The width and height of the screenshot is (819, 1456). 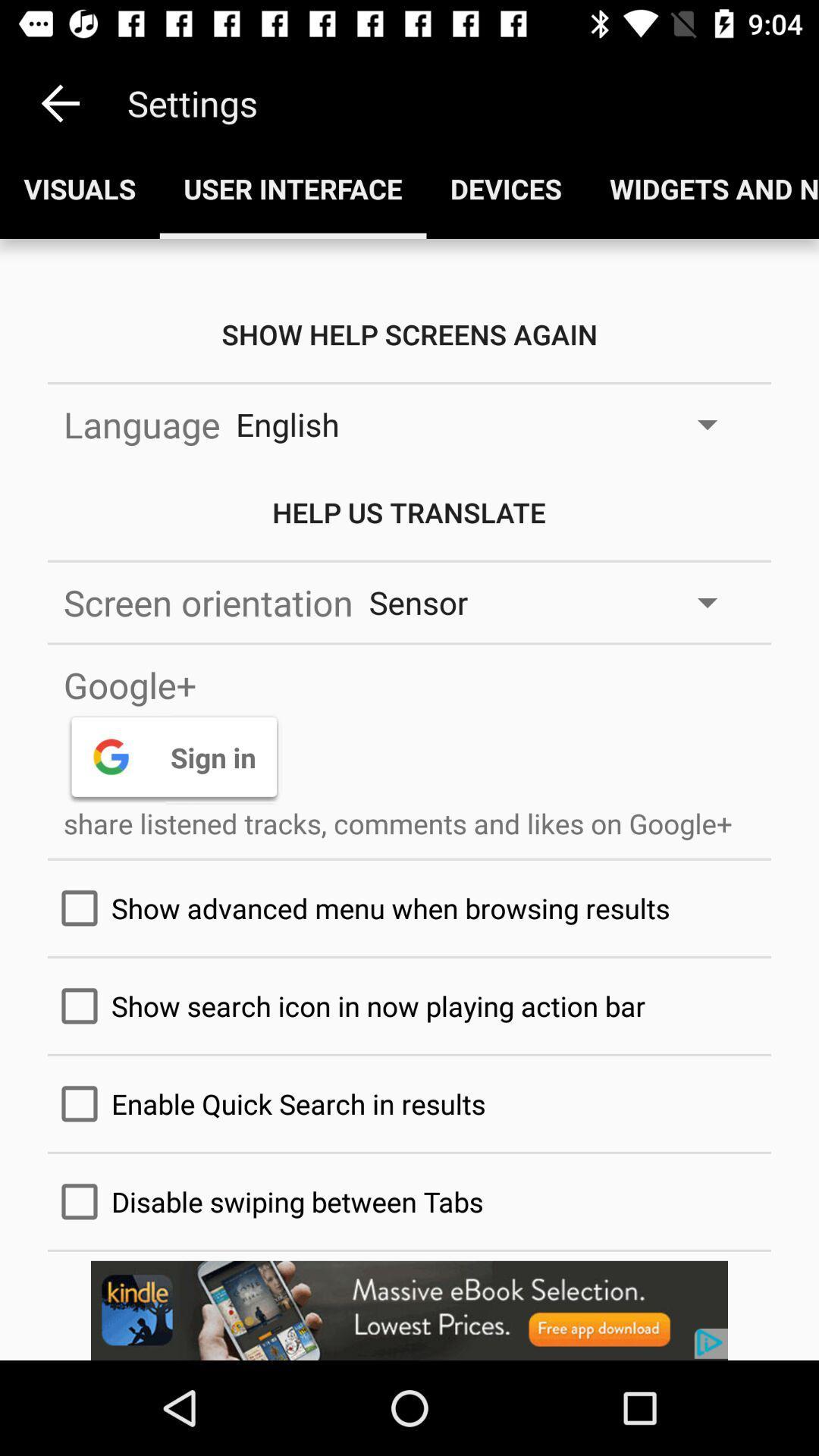 What do you see at coordinates (702, 188) in the screenshot?
I see `the fourth option below the settings` at bounding box center [702, 188].